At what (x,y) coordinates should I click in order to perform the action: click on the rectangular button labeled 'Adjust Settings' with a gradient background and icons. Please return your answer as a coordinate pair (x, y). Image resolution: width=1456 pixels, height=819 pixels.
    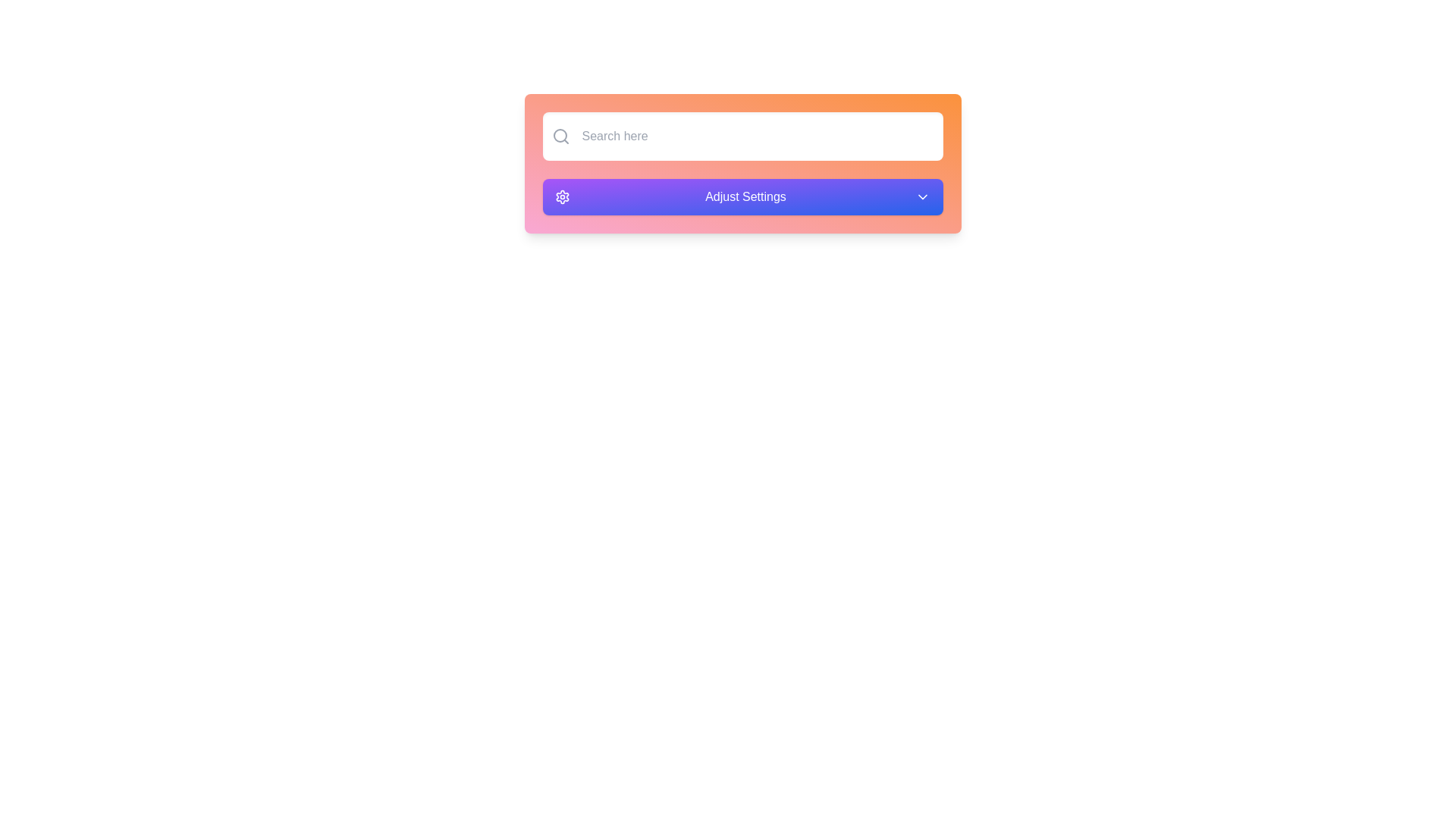
    Looking at the image, I should click on (742, 196).